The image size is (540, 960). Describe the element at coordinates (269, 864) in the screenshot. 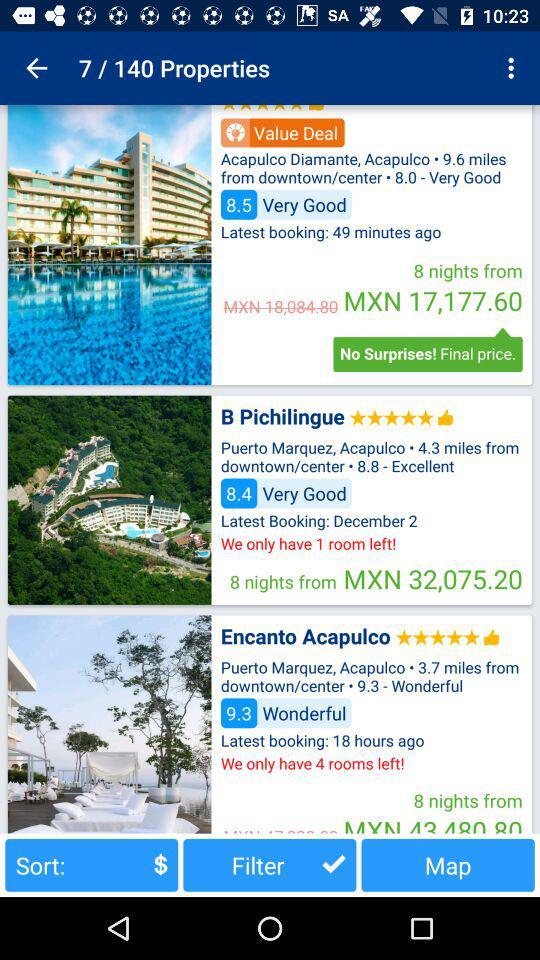

I see `item next to sort:  button` at that location.